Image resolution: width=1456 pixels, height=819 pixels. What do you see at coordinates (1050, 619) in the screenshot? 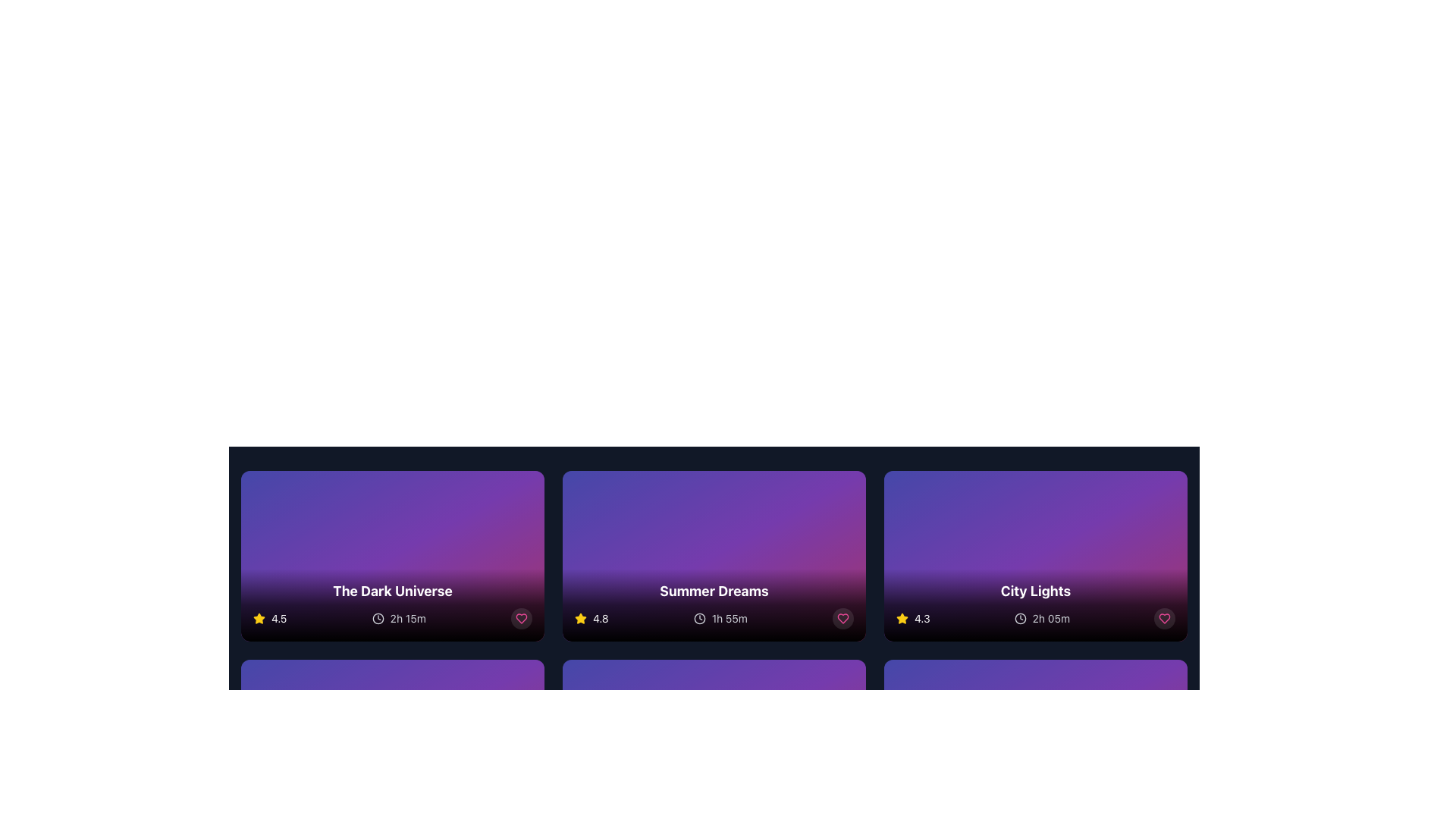
I see `text content of the duration label located at the bottom-right of the 'City Lights' card, next to the clock-like icon and ratings` at bounding box center [1050, 619].